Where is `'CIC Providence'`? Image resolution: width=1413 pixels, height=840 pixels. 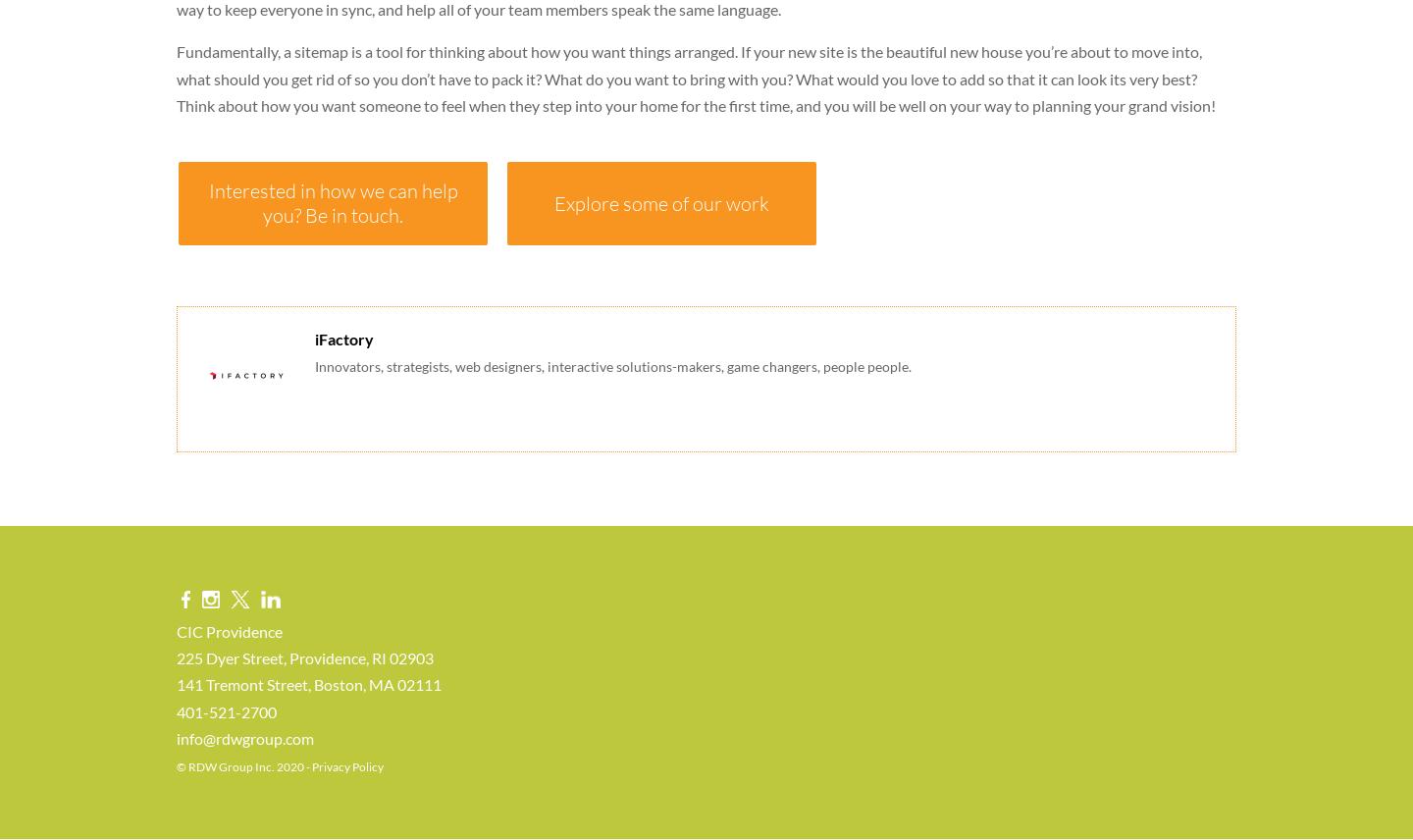
'CIC Providence' is located at coordinates (230, 631).